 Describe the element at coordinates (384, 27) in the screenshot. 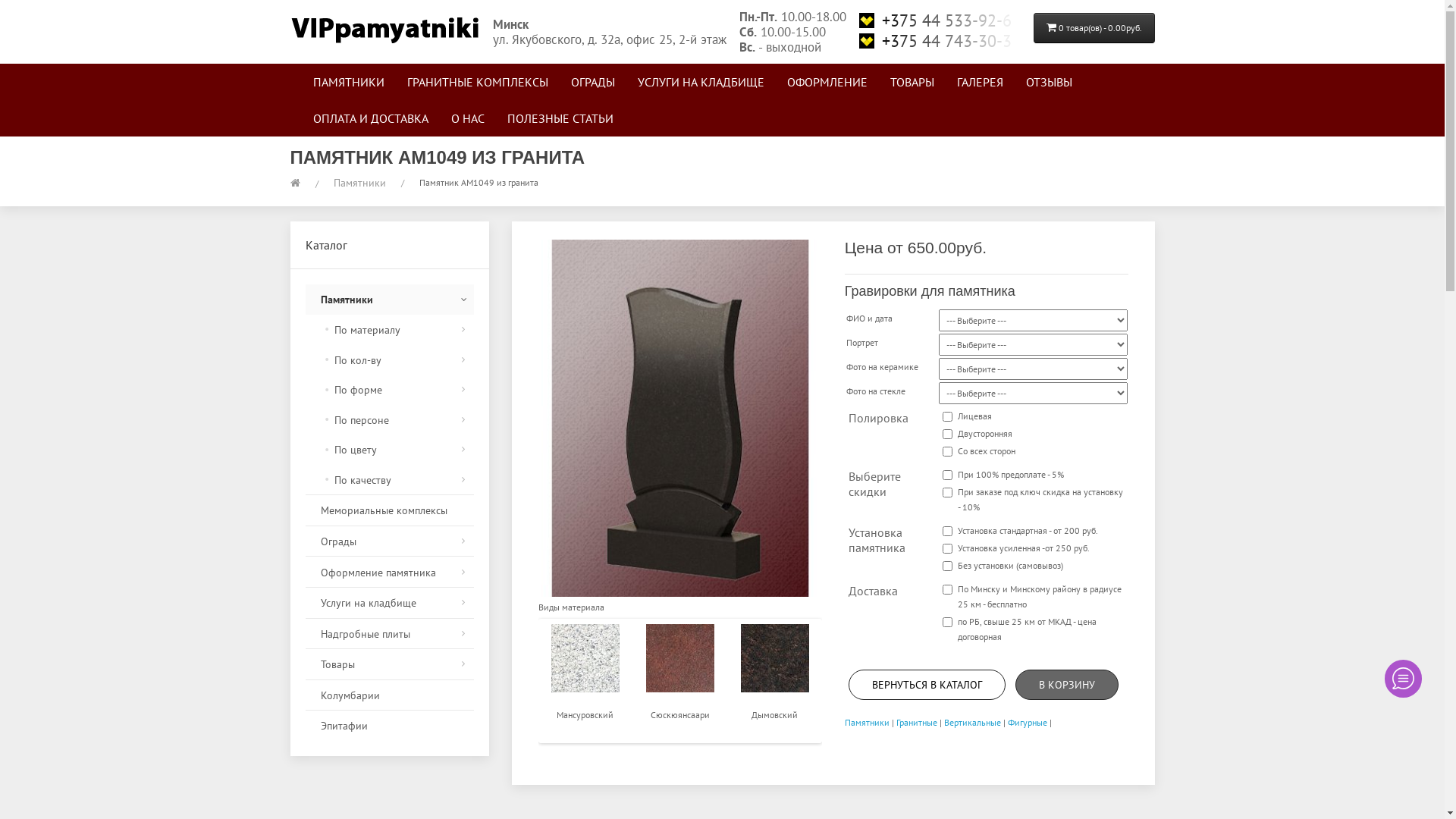

I see `'Vippamyatniki.by'` at that location.